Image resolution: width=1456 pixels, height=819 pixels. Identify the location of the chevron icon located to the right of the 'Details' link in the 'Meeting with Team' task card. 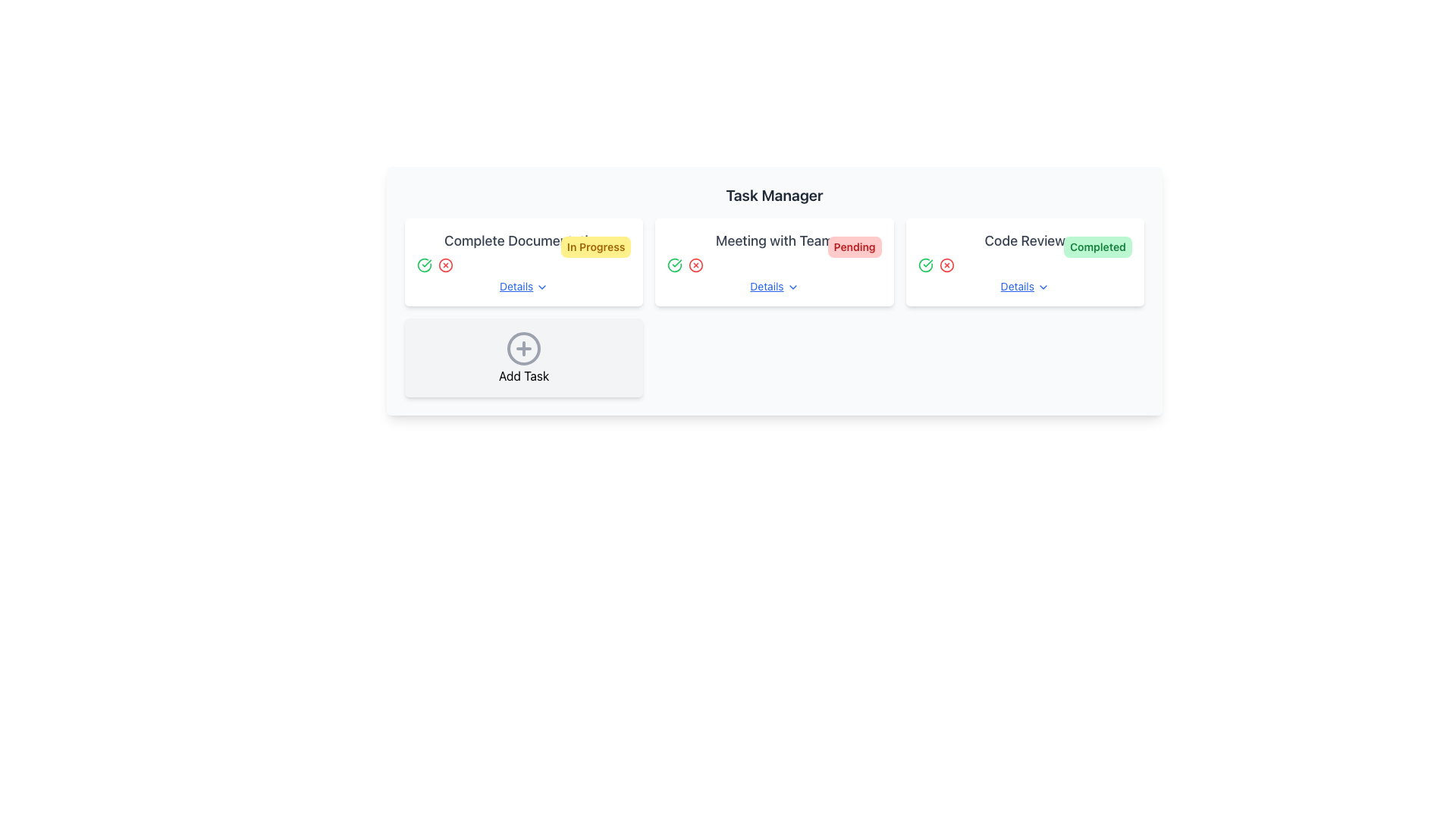
(792, 287).